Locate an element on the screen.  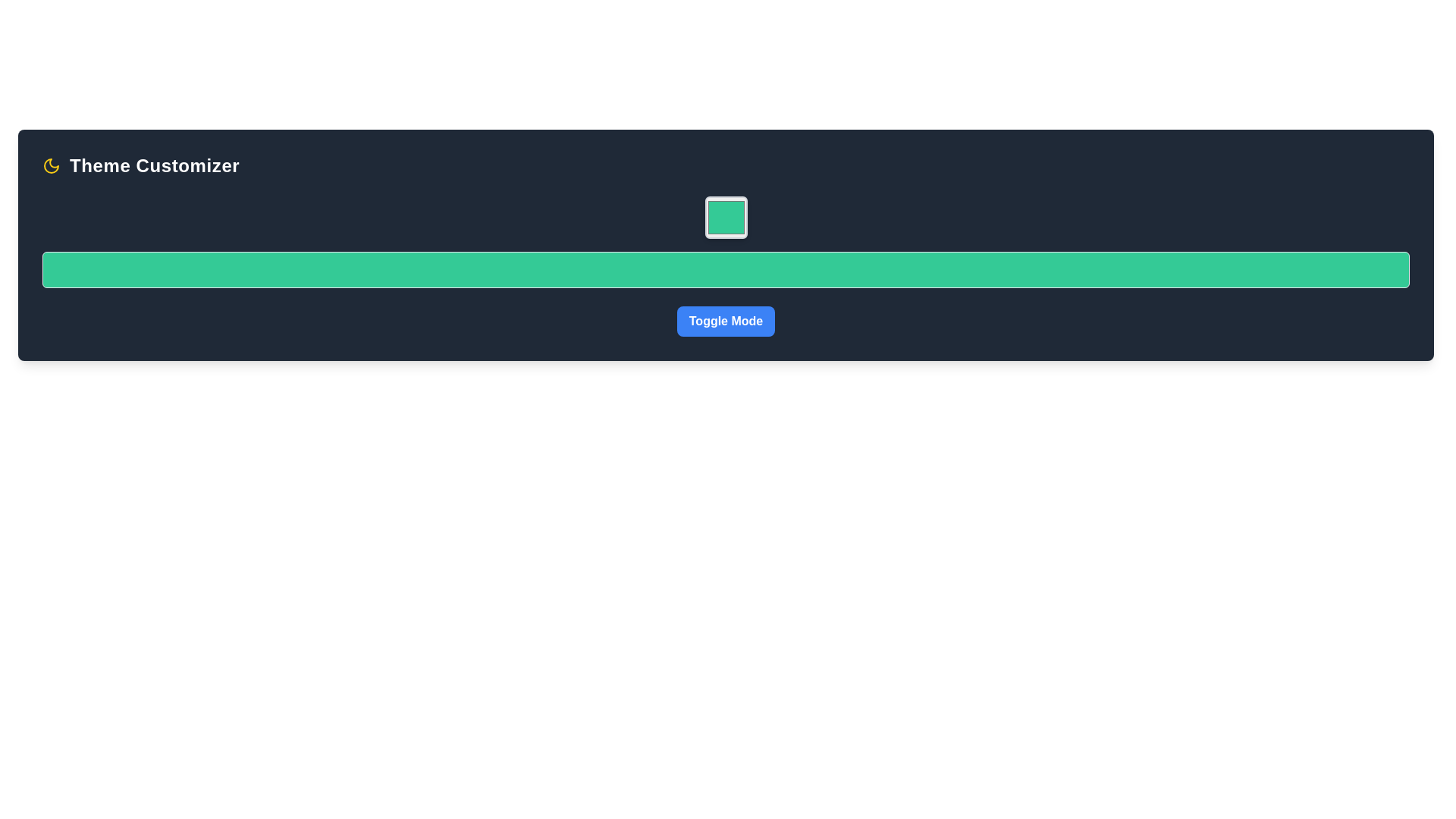
the small vivid yellow crescent moon icon located at the far left of the 'Theme Customizer' header section is located at coordinates (51, 166).